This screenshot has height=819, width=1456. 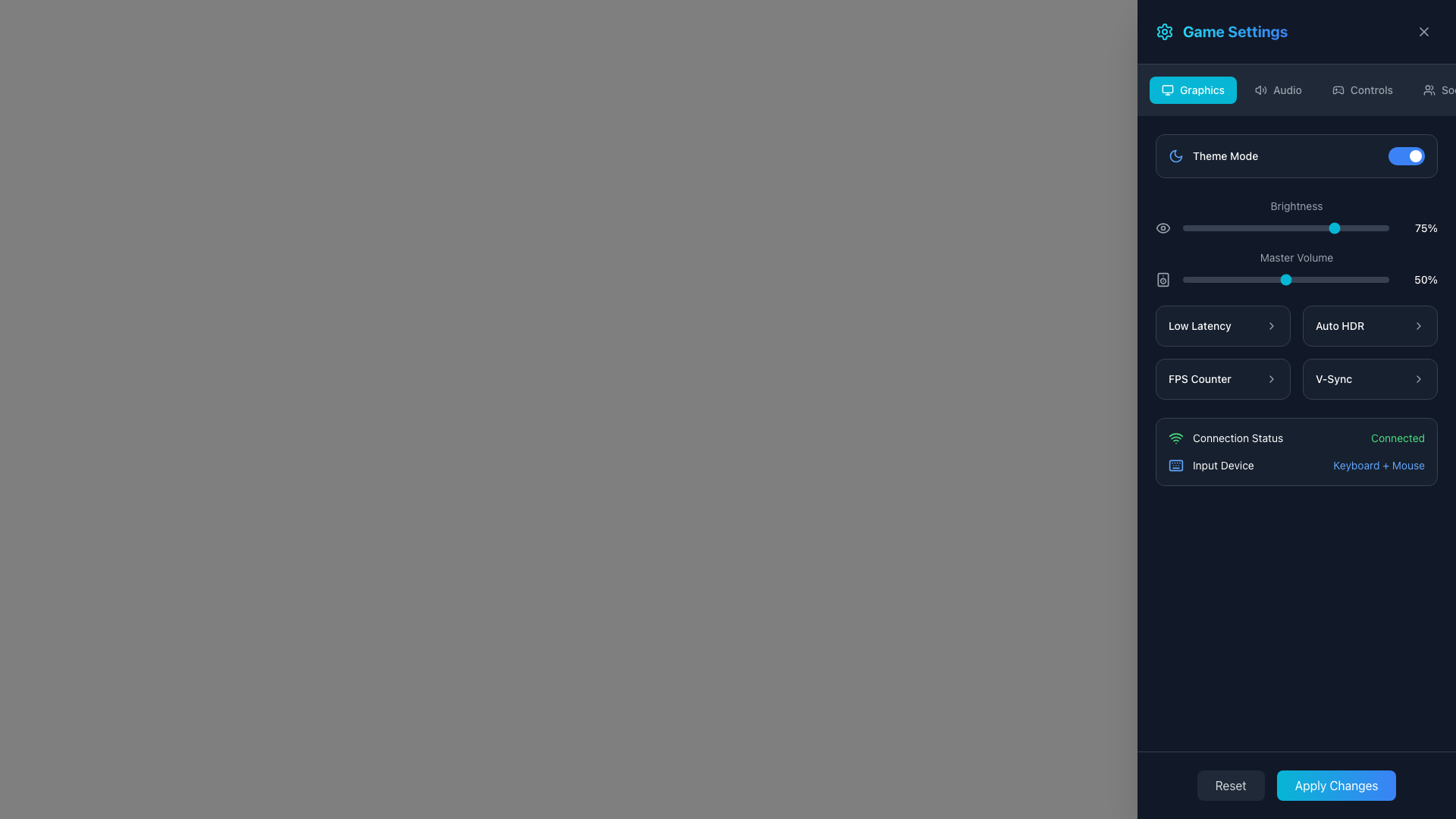 I want to click on the Decorative Icon associated with the 'Theme Mode' setting, located to the left of the 'Theme Mode' text and toggle switch, near the top-left area of the settings panel, so click(x=1175, y=155).